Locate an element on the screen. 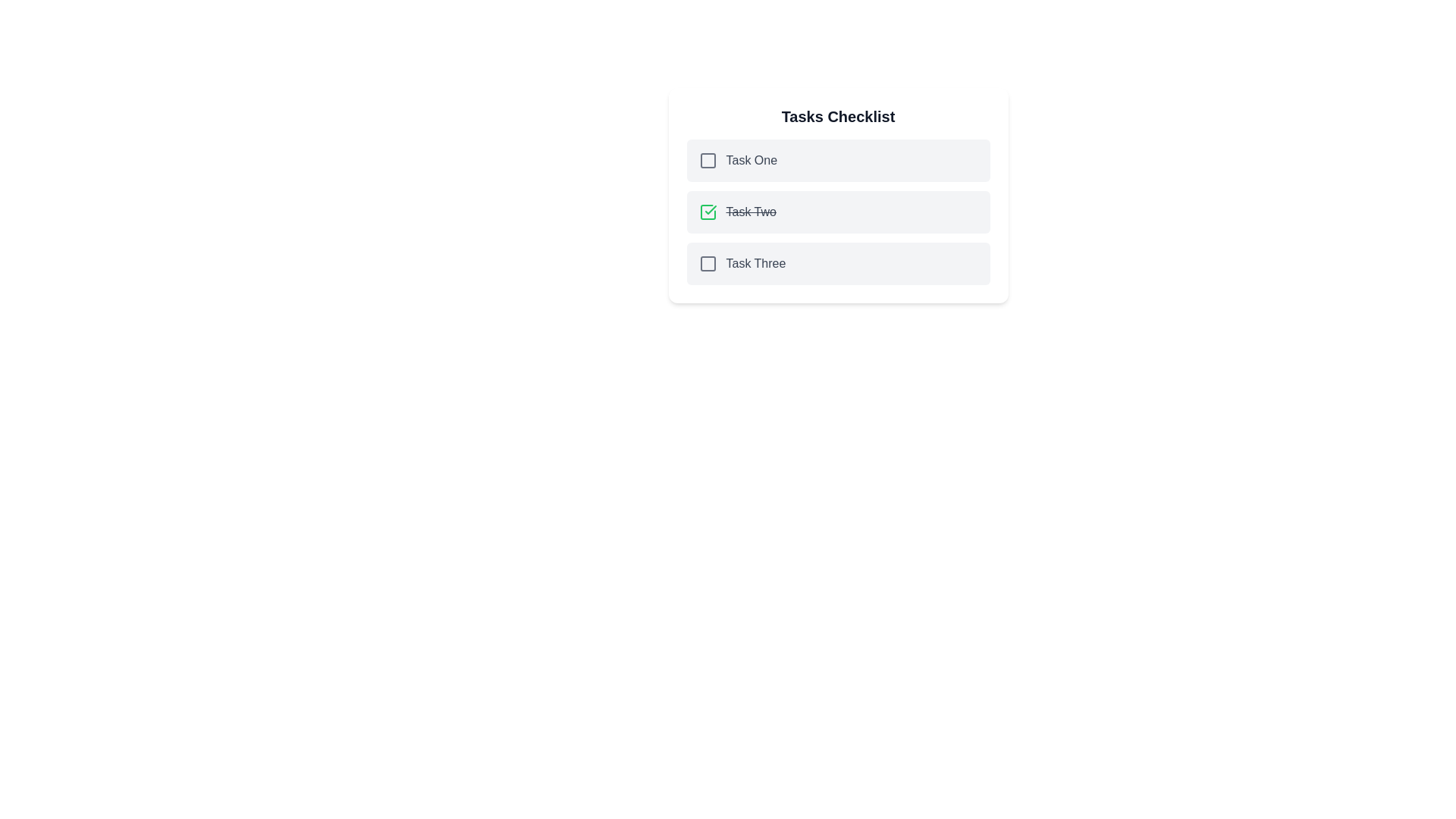  the visual state of the graphical checkmark icon, which is a thin green stroke forming a checkmark symbol, located in the second task row of the checklist adjacent to 'Task Two' is located at coordinates (709, 210).